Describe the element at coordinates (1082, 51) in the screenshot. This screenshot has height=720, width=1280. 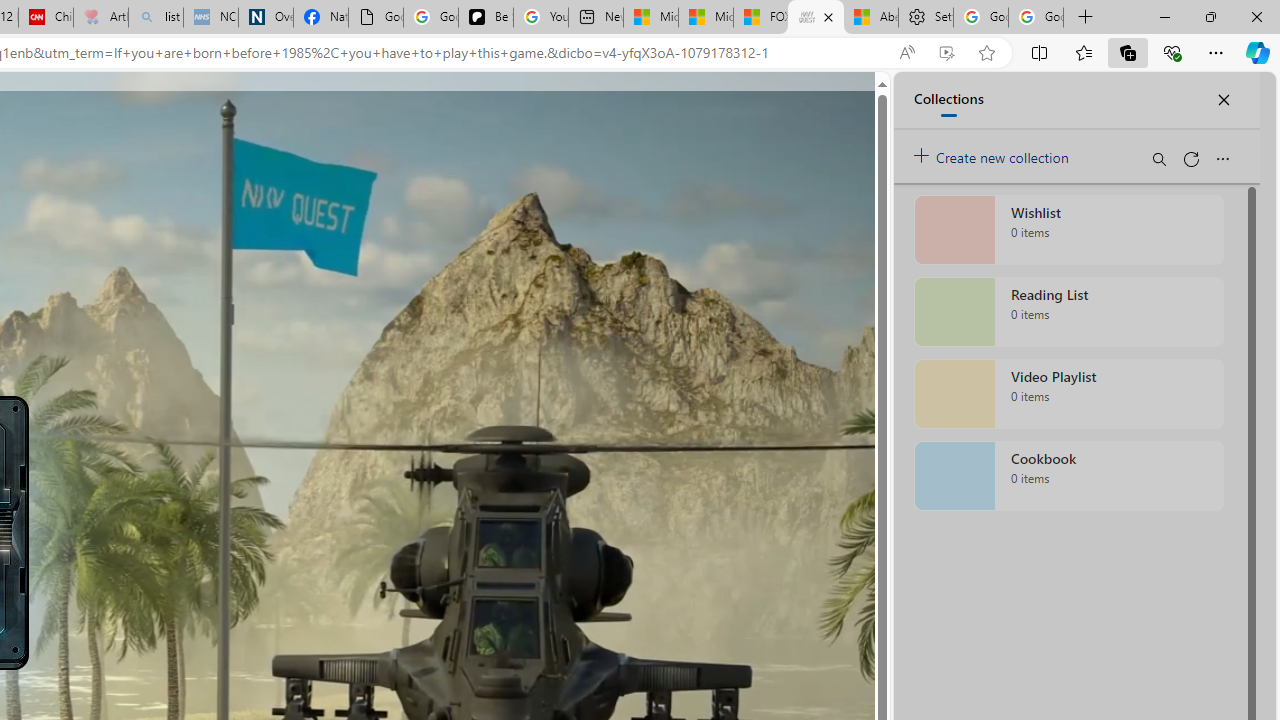
I see `'Favorites'` at that location.